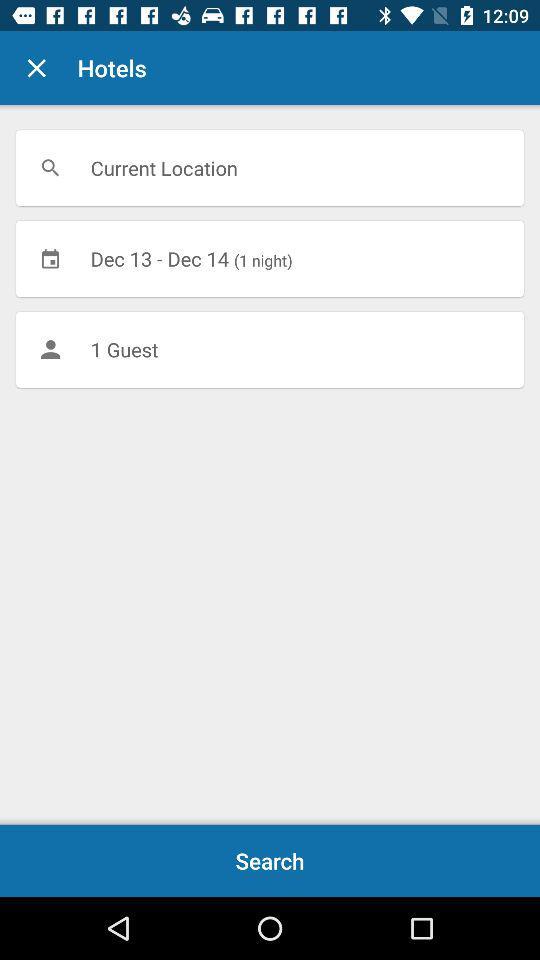 The image size is (540, 960). Describe the element at coordinates (36, 68) in the screenshot. I see `the icon next to hotels` at that location.